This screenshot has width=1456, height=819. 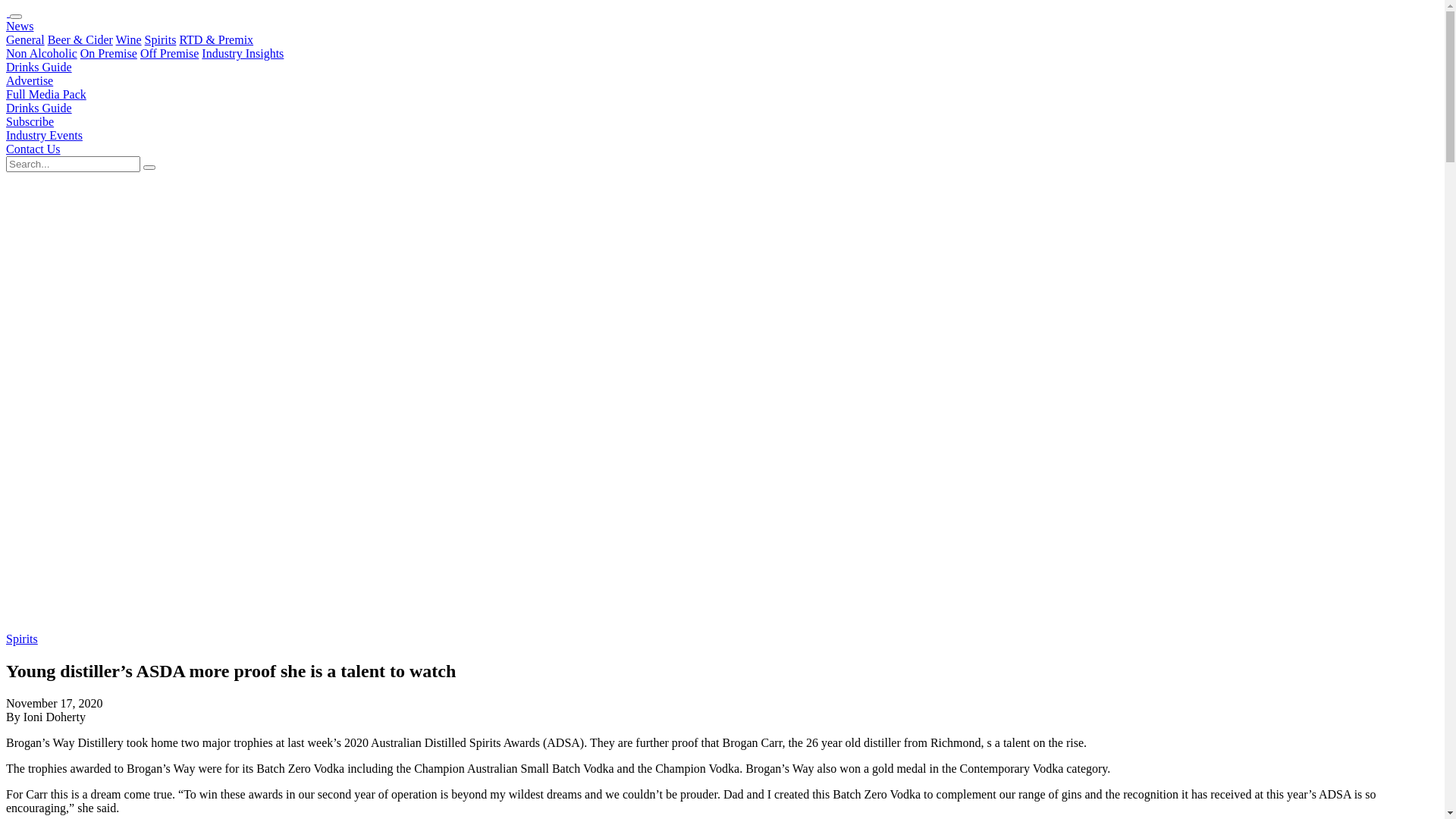 I want to click on 'On Premise', so click(x=108, y=52).